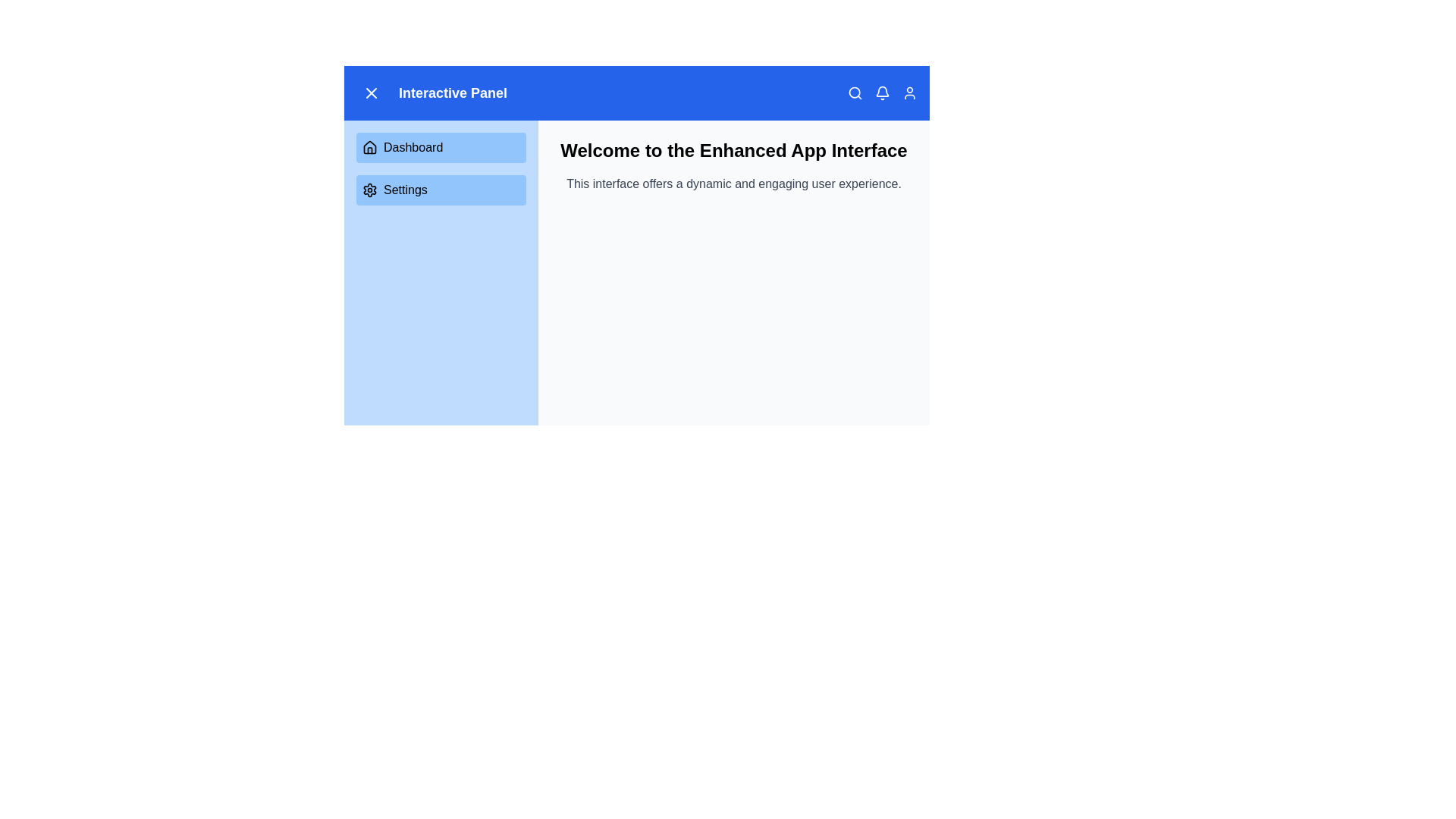 This screenshot has height=819, width=1456. What do you see at coordinates (882, 93) in the screenshot?
I see `the notification indicator icon located in the top-right segment of the application header` at bounding box center [882, 93].